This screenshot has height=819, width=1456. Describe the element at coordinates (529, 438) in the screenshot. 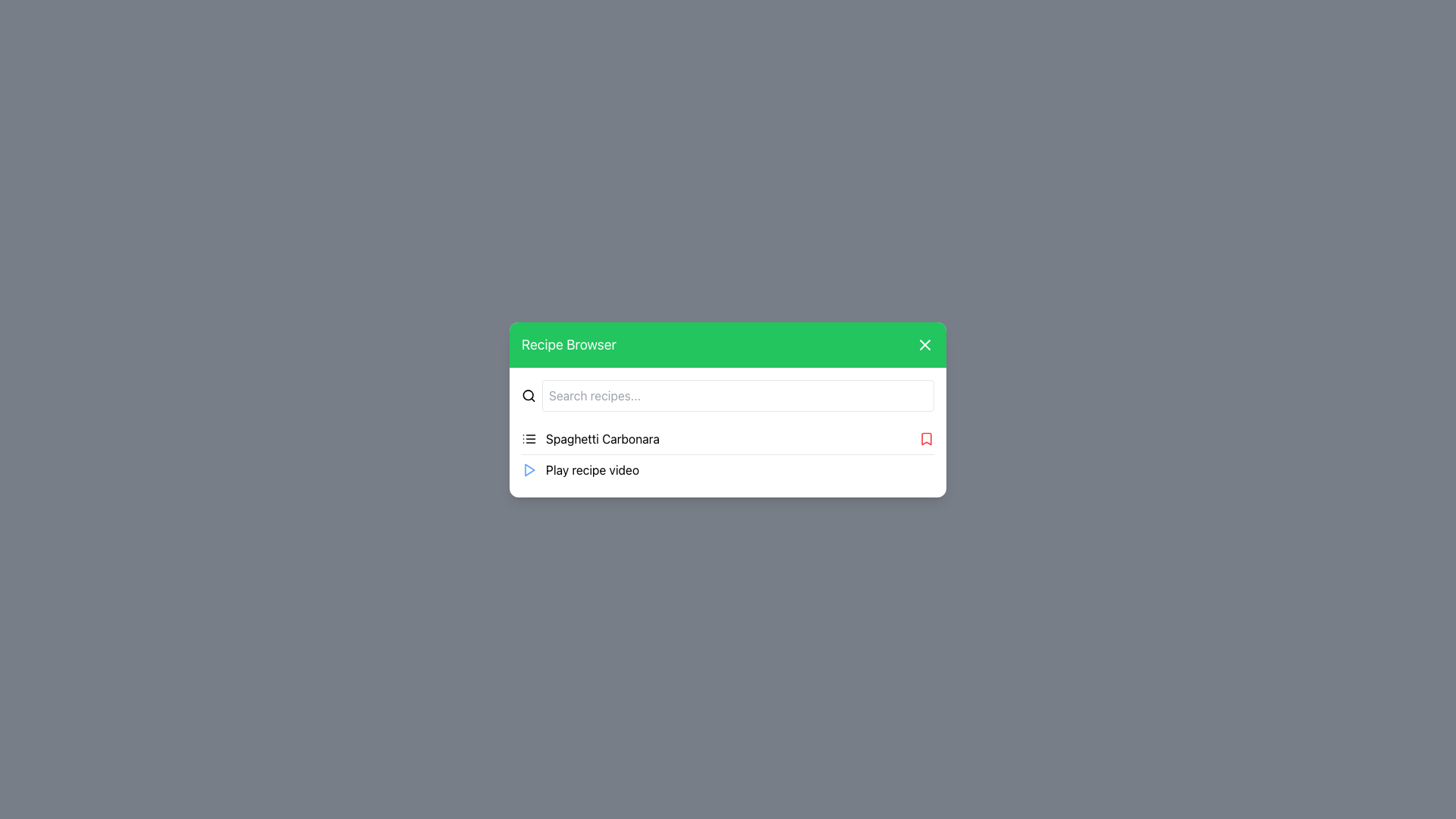

I see `the menu icon located to the left of the 'Spaghetti Carbonara' row in the 'Recipe Browser' pop-up window` at that location.